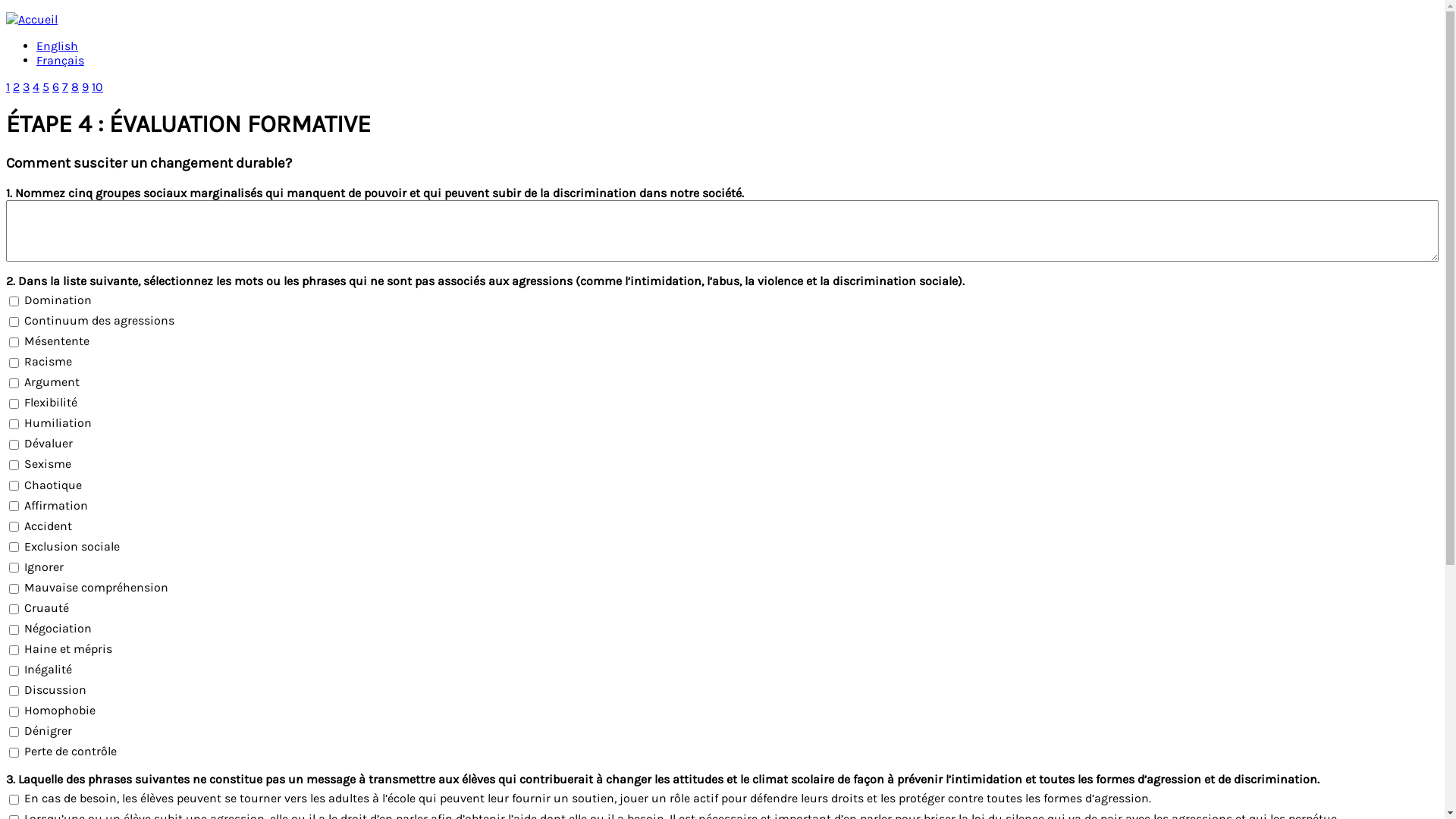 The image size is (1456, 819). I want to click on '1', so click(8, 86).